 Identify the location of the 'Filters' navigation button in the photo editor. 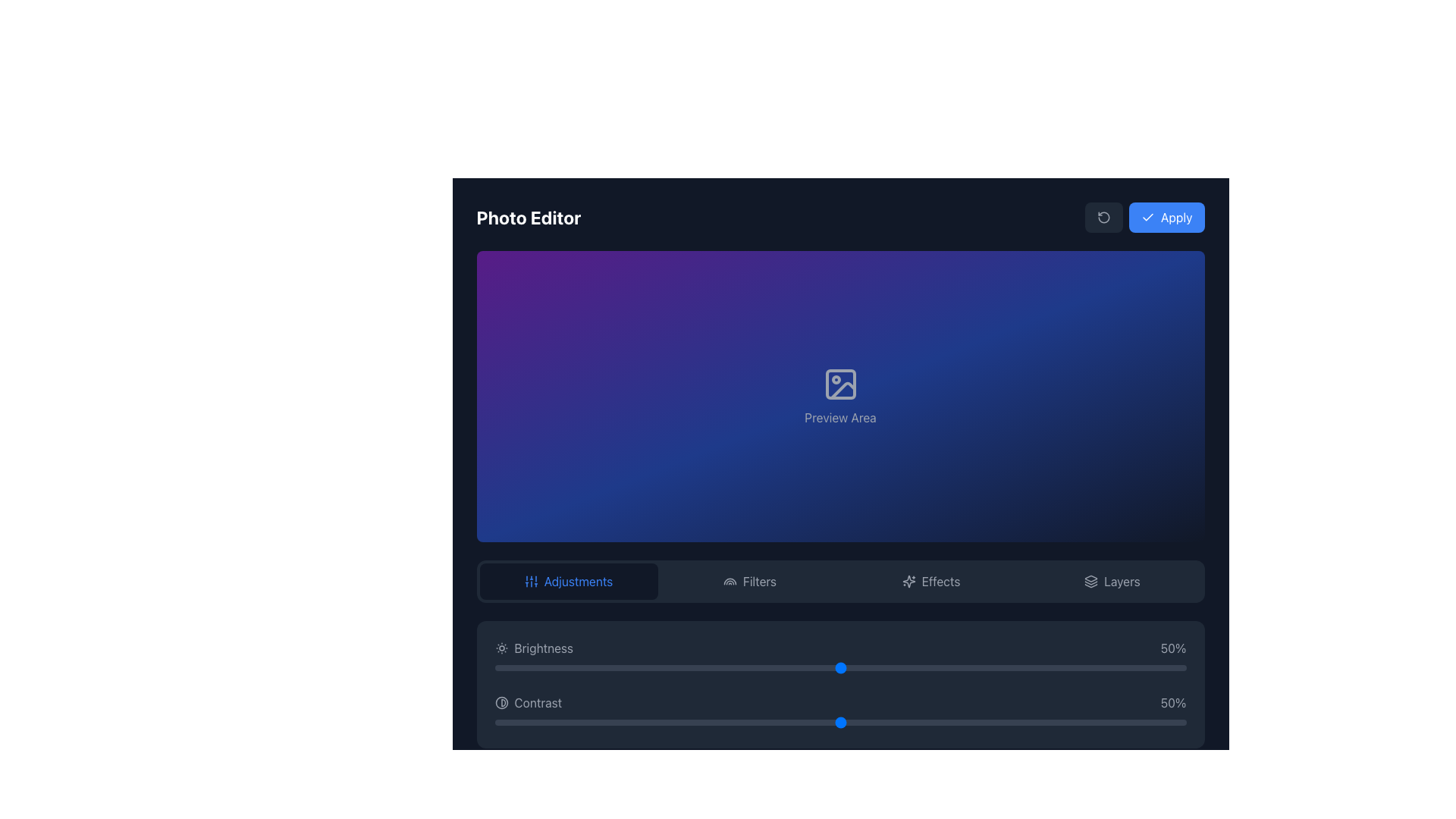
(839, 581).